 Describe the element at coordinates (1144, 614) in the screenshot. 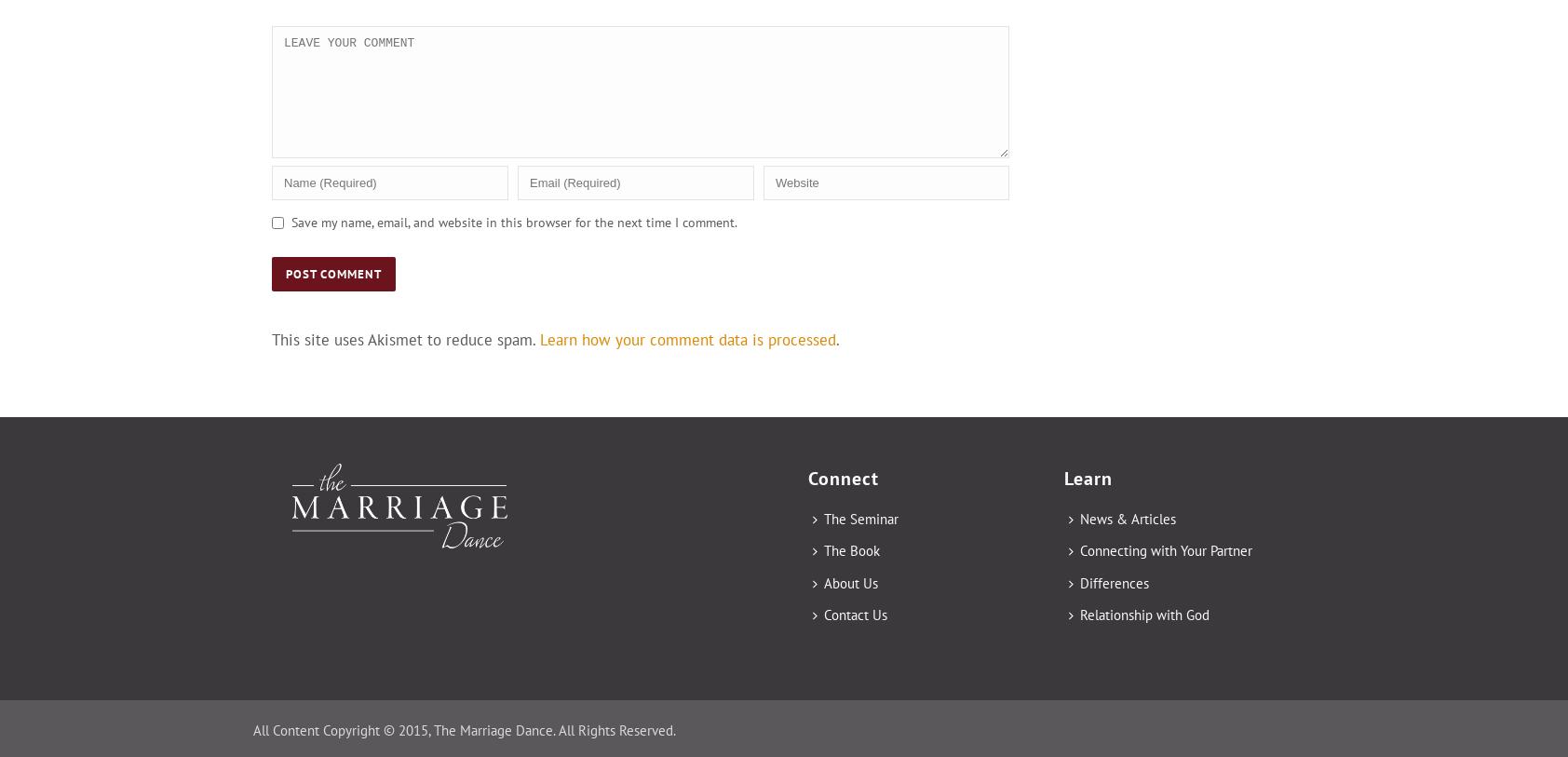

I see `'Relationship with God'` at that location.